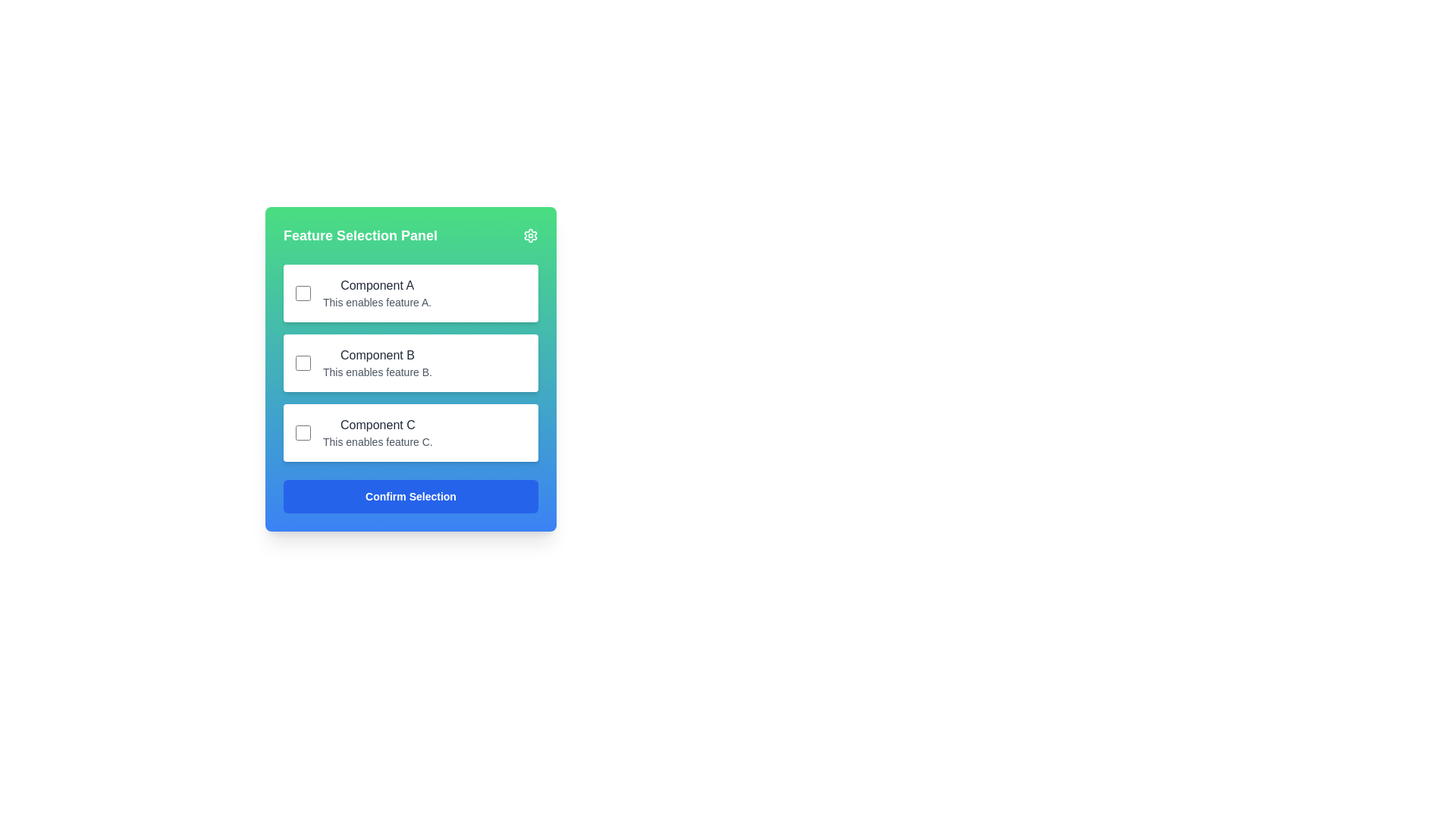 This screenshot has height=819, width=1456. Describe the element at coordinates (378, 362) in the screenshot. I see `the Text Display for 'Component B', which is located in the 'Feature Selection Panel' immediately below 'Component A'` at that location.